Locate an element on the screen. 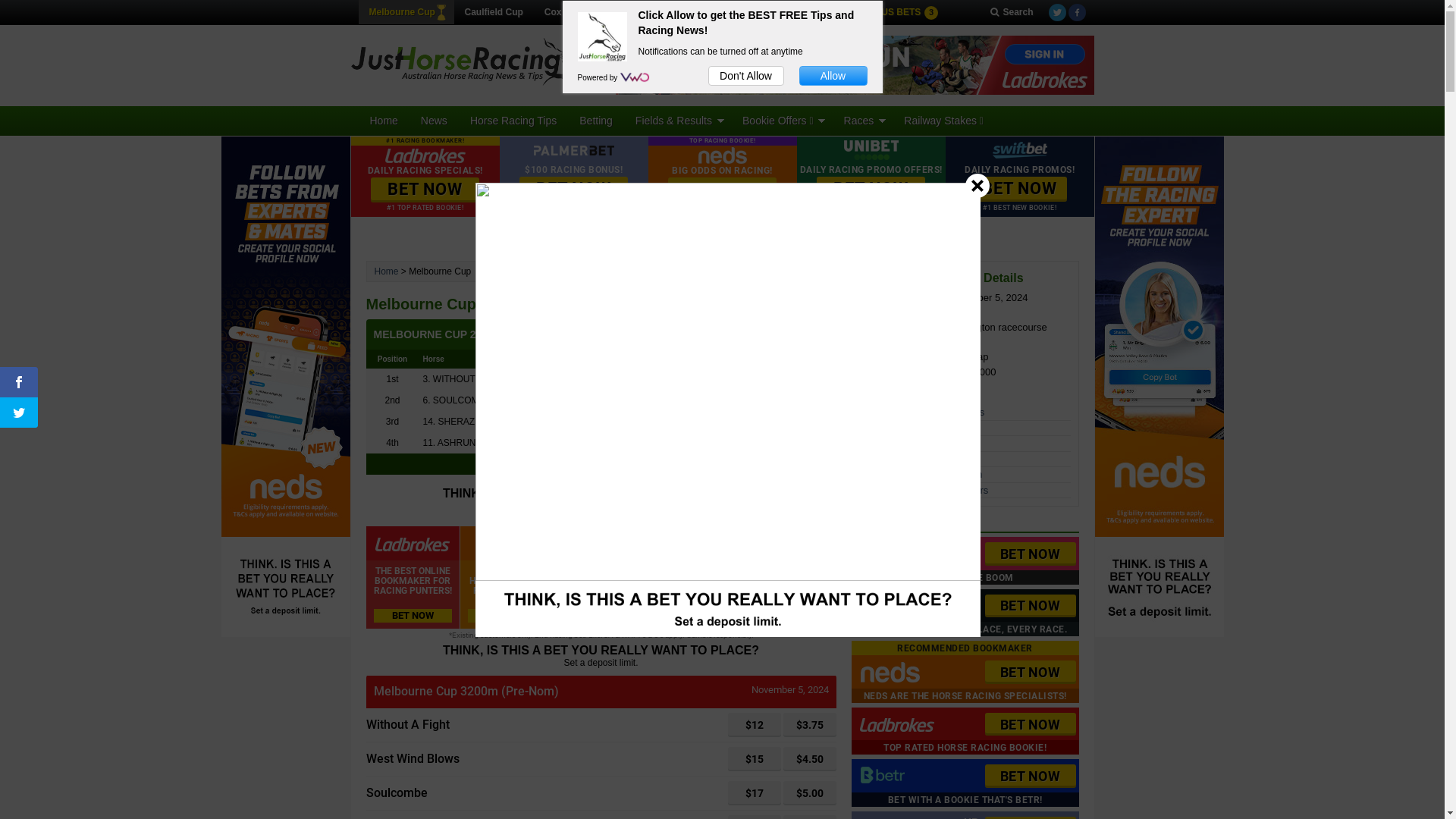 This screenshot has width=1456, height=819. 'BET NOW is located at coordinates (964, 730).